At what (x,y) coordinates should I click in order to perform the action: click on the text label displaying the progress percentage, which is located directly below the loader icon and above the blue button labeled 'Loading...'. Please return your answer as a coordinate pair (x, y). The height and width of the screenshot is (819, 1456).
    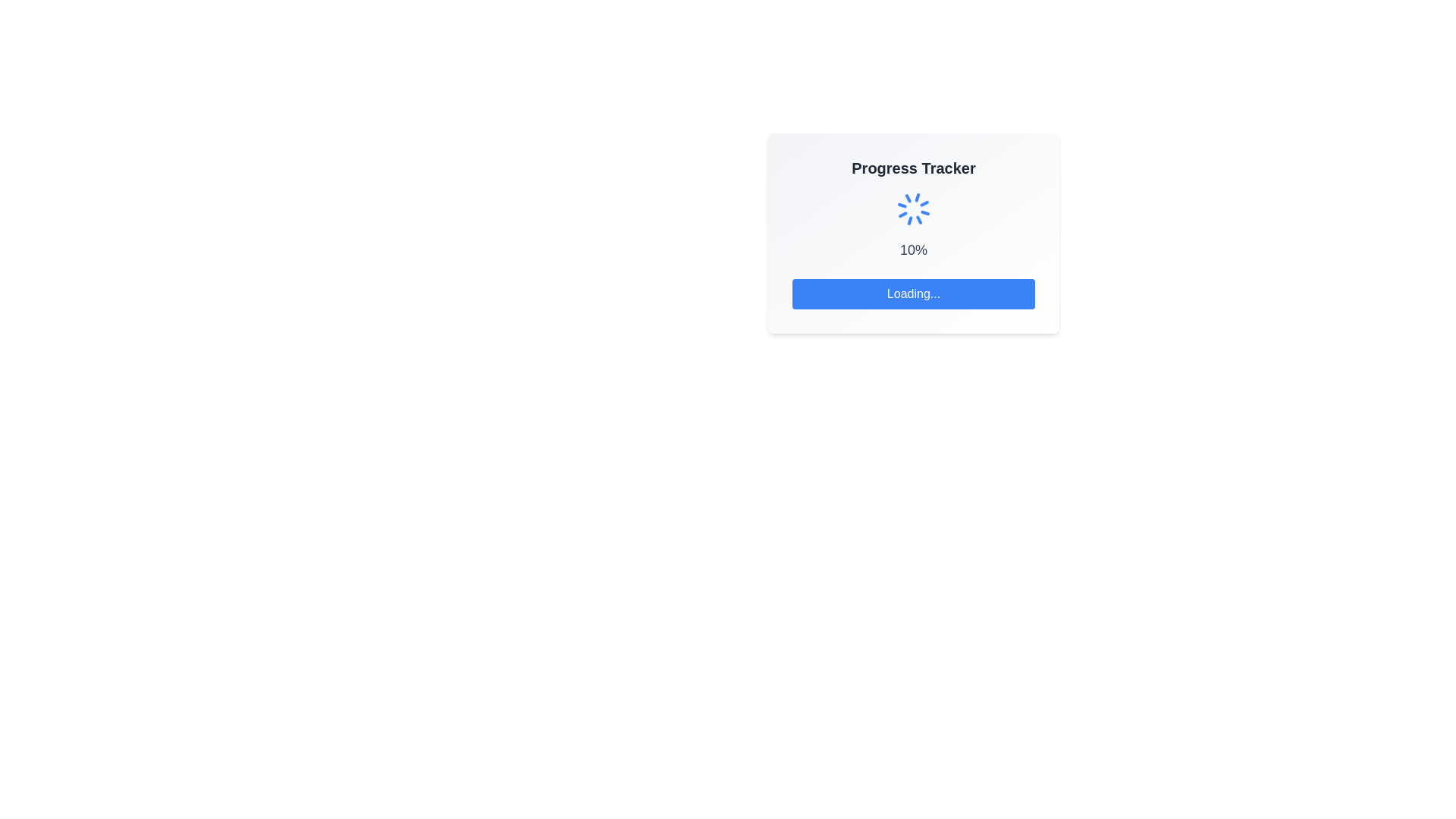
    Looking at the image, I should click on (912, 249).